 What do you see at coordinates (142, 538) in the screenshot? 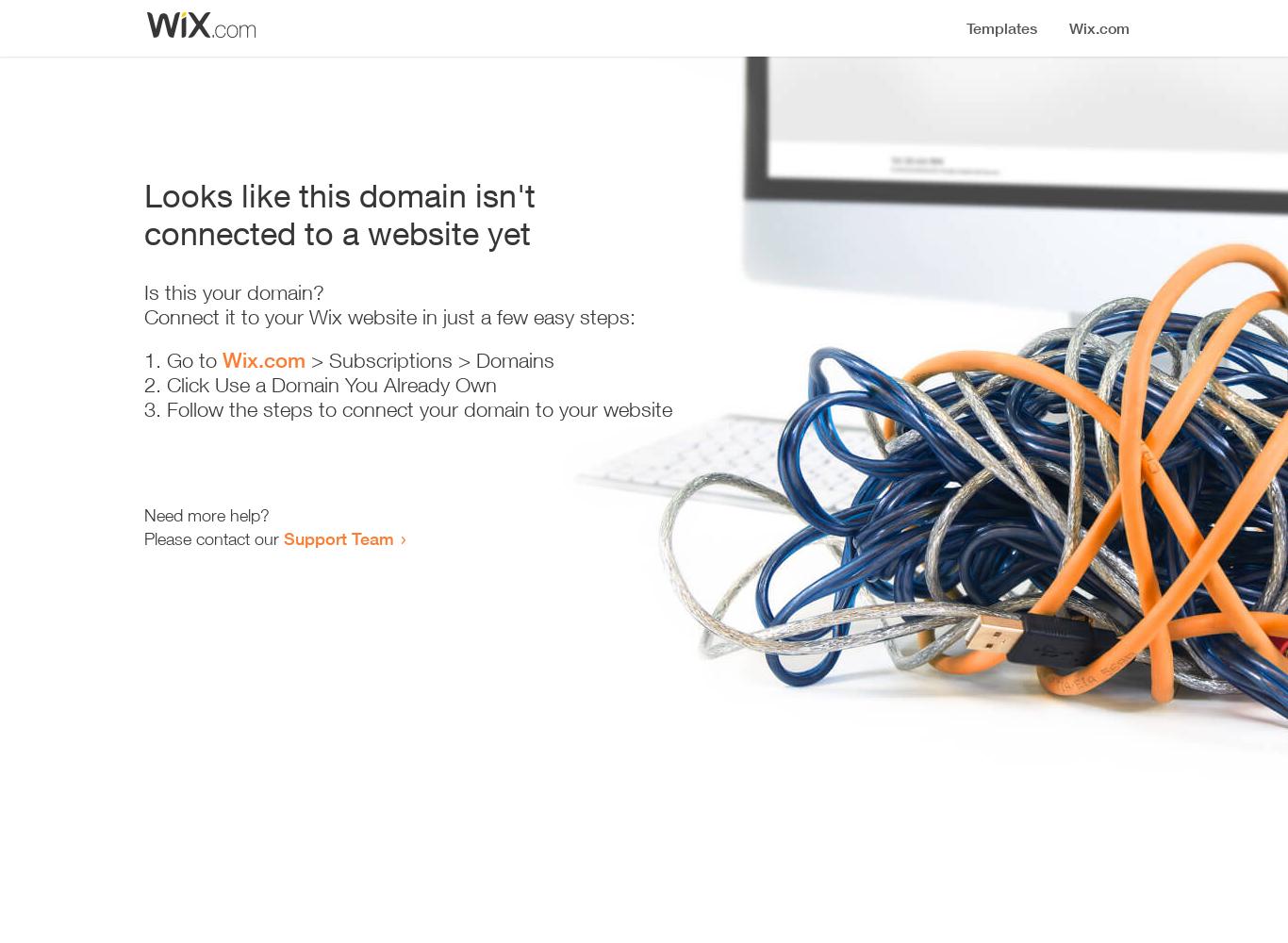
I see `'Please contact our'` at bounding box center [142, 538].